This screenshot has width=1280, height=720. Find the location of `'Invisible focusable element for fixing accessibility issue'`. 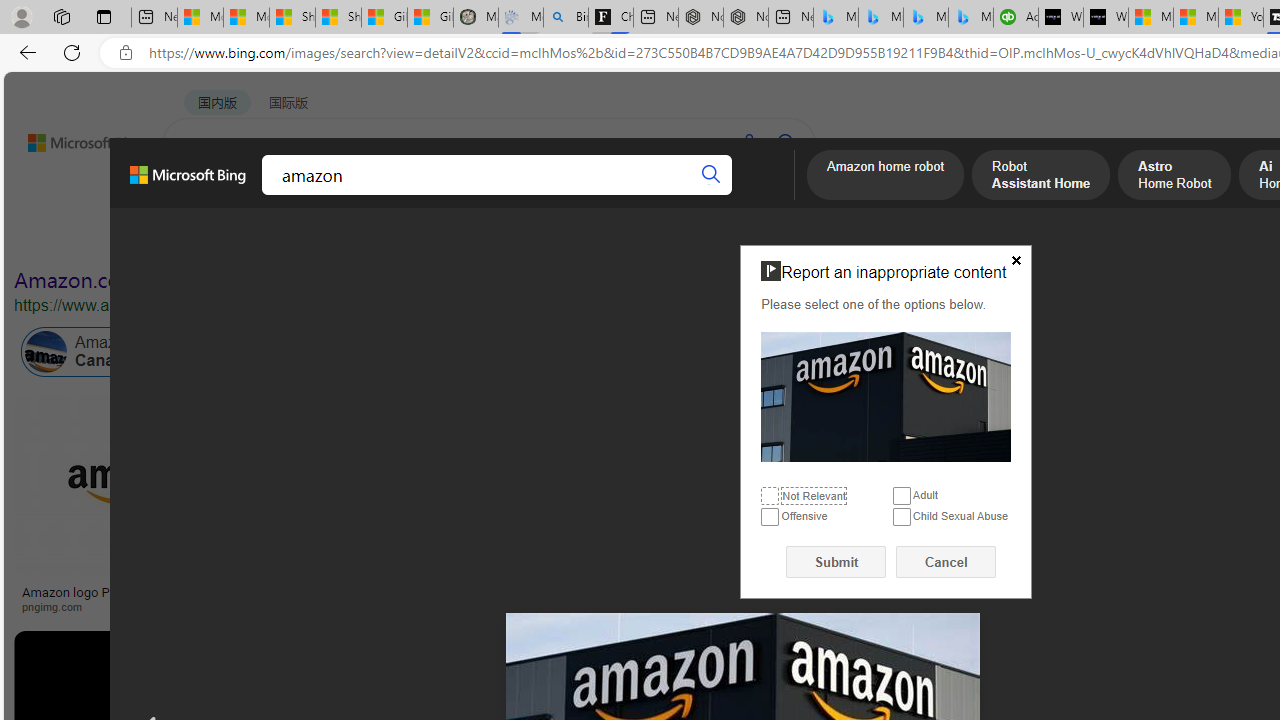

'Invisible focusable element for fixing accessibility issue' is located at coordinates (748, 248).